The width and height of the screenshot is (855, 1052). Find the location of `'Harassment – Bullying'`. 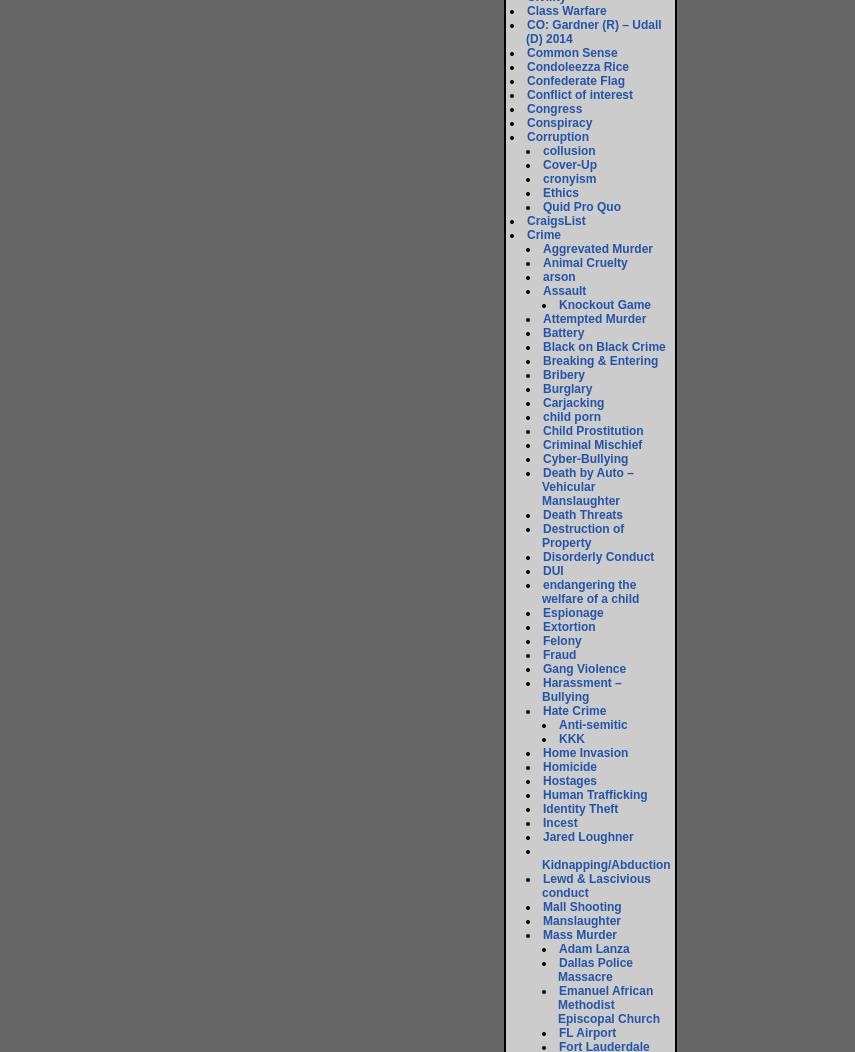

'Harassment – Bullying' is located at coordinates (541, 689).